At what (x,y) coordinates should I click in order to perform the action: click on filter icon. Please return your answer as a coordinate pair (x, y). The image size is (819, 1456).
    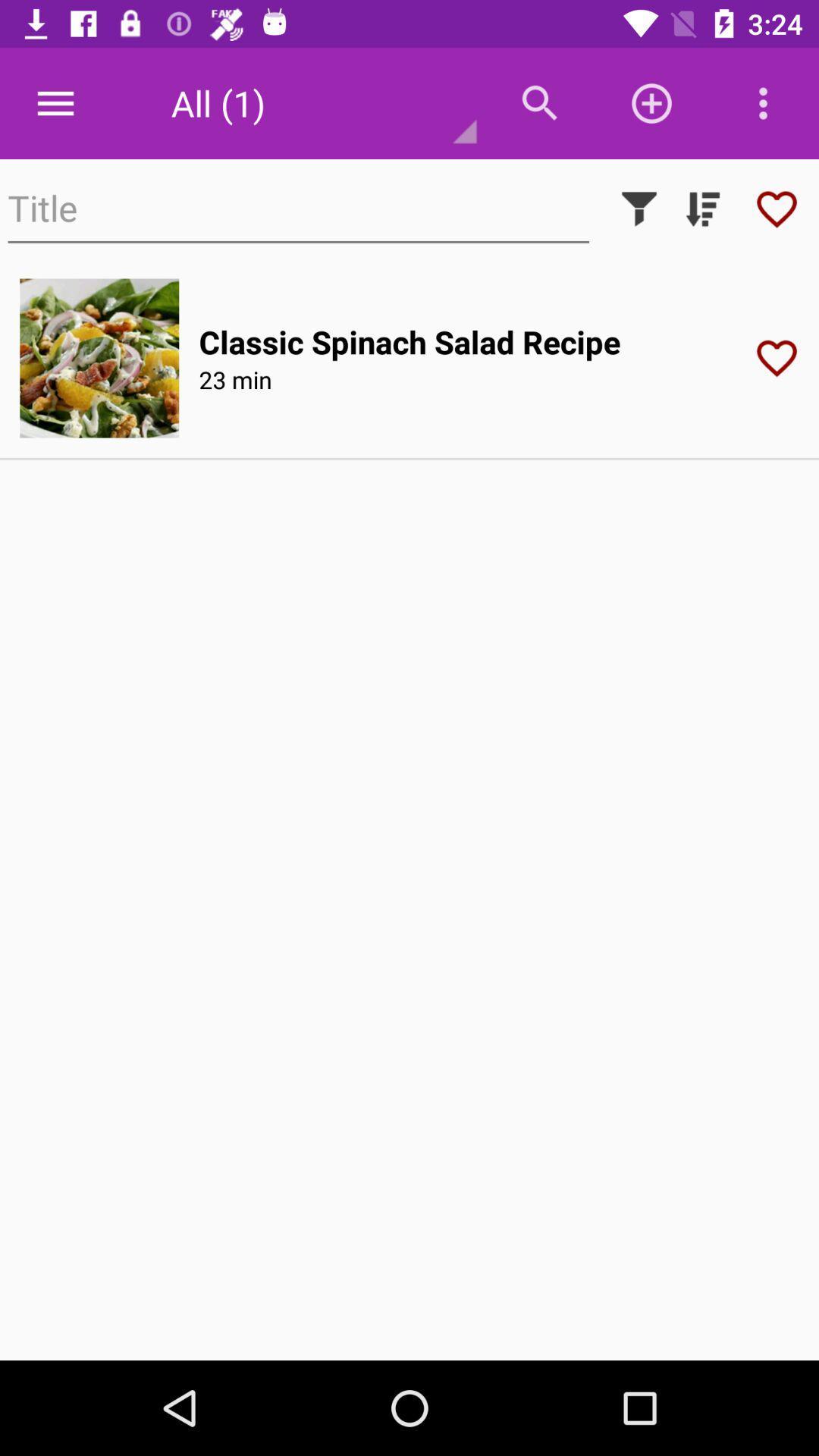
    Looking at the image, I should click on (639, 208).